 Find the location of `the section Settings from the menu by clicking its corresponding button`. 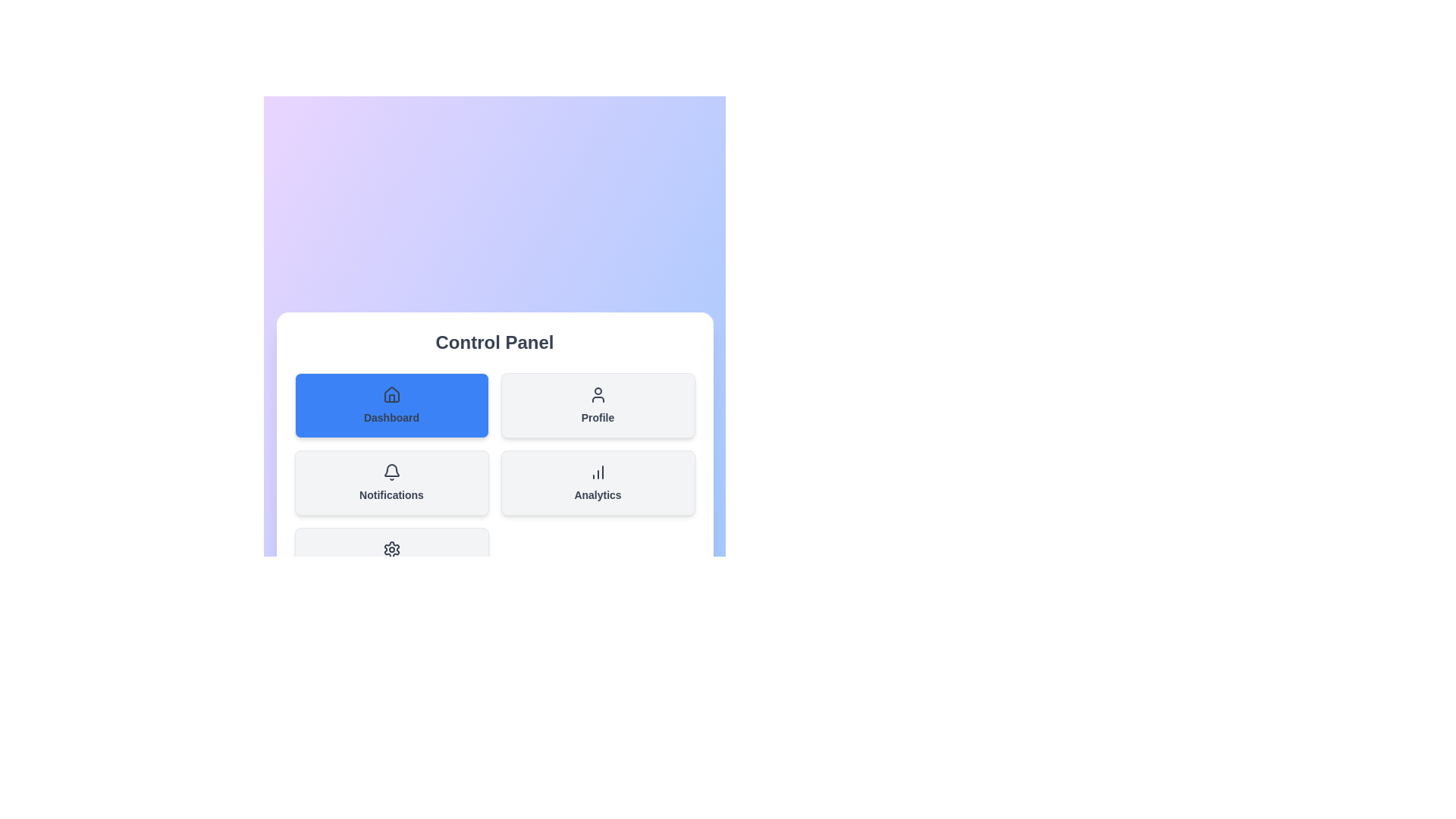

the section Settings from the menu by clicking its corresponding button is located at coordinates (391, 560).